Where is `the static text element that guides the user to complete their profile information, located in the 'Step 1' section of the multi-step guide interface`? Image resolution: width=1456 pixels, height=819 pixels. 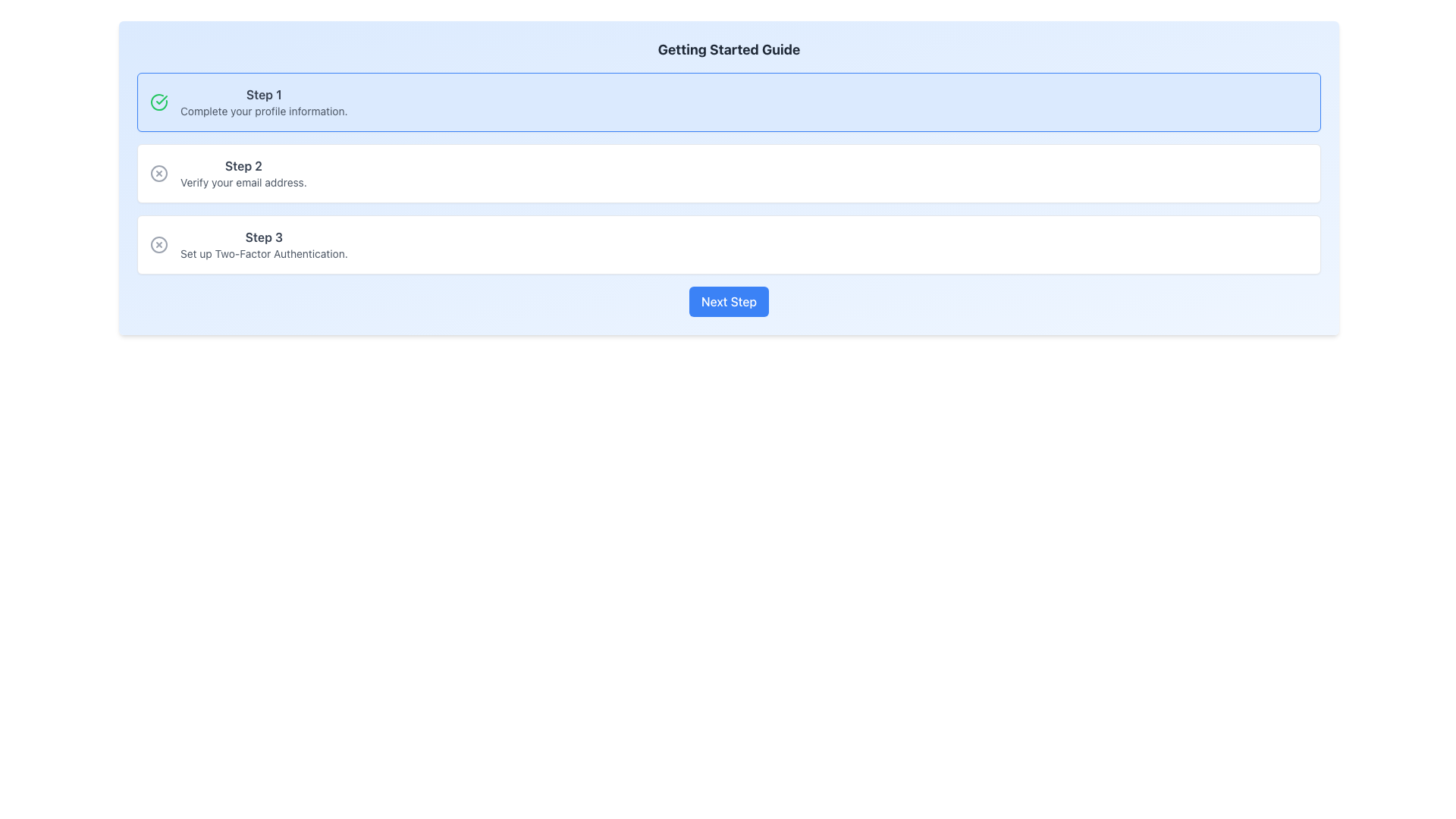 the static text element that guides the user to complete their profile information, located in the 'Step 1' section of the multi-step guide interface is located at coordinates (264, 110).